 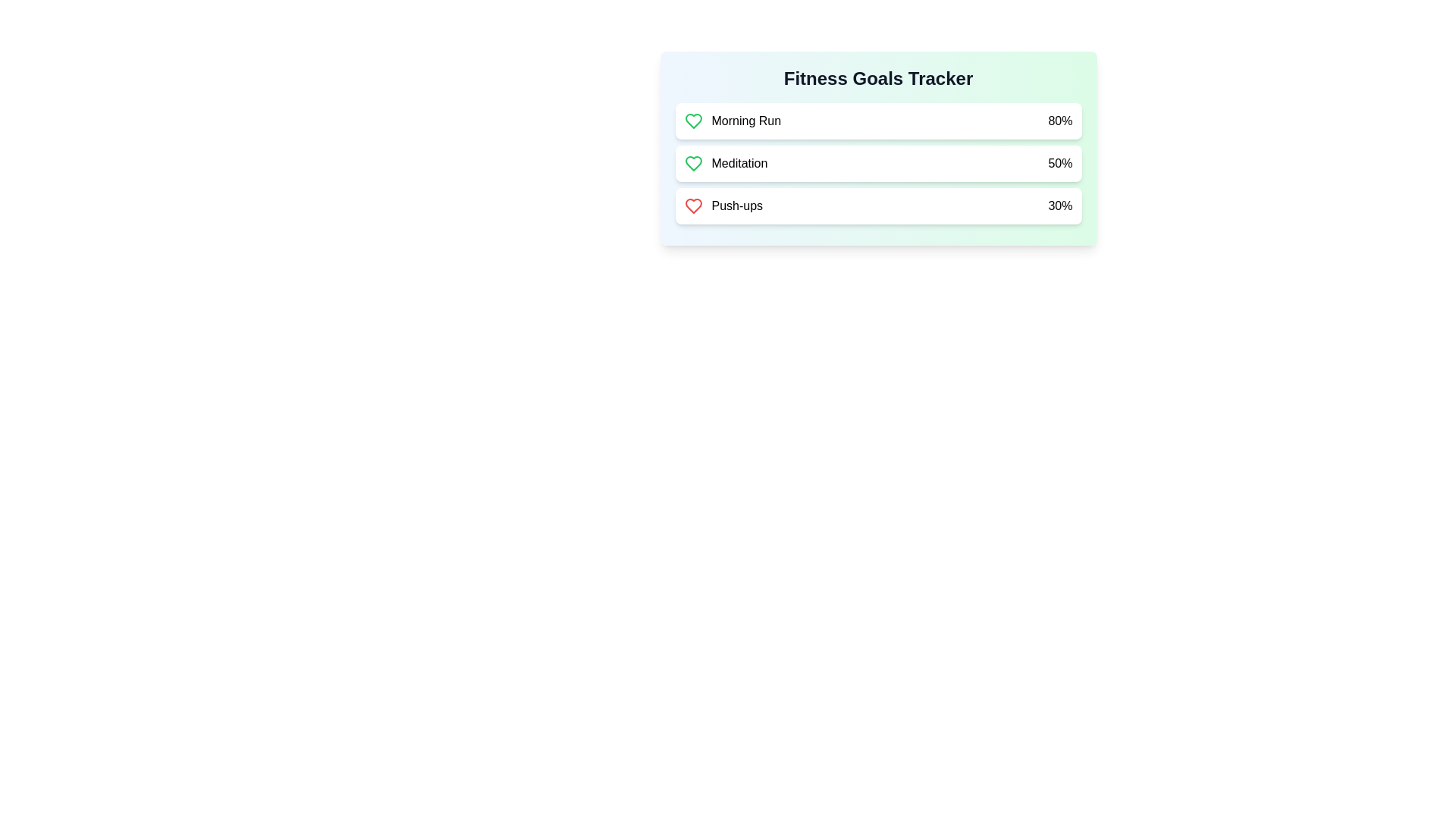 I want to click on the red heart-shaped icon located in the third row of the fitness goals tracker widget, next to the text 'Push-ups', so click(x=692, y=206).